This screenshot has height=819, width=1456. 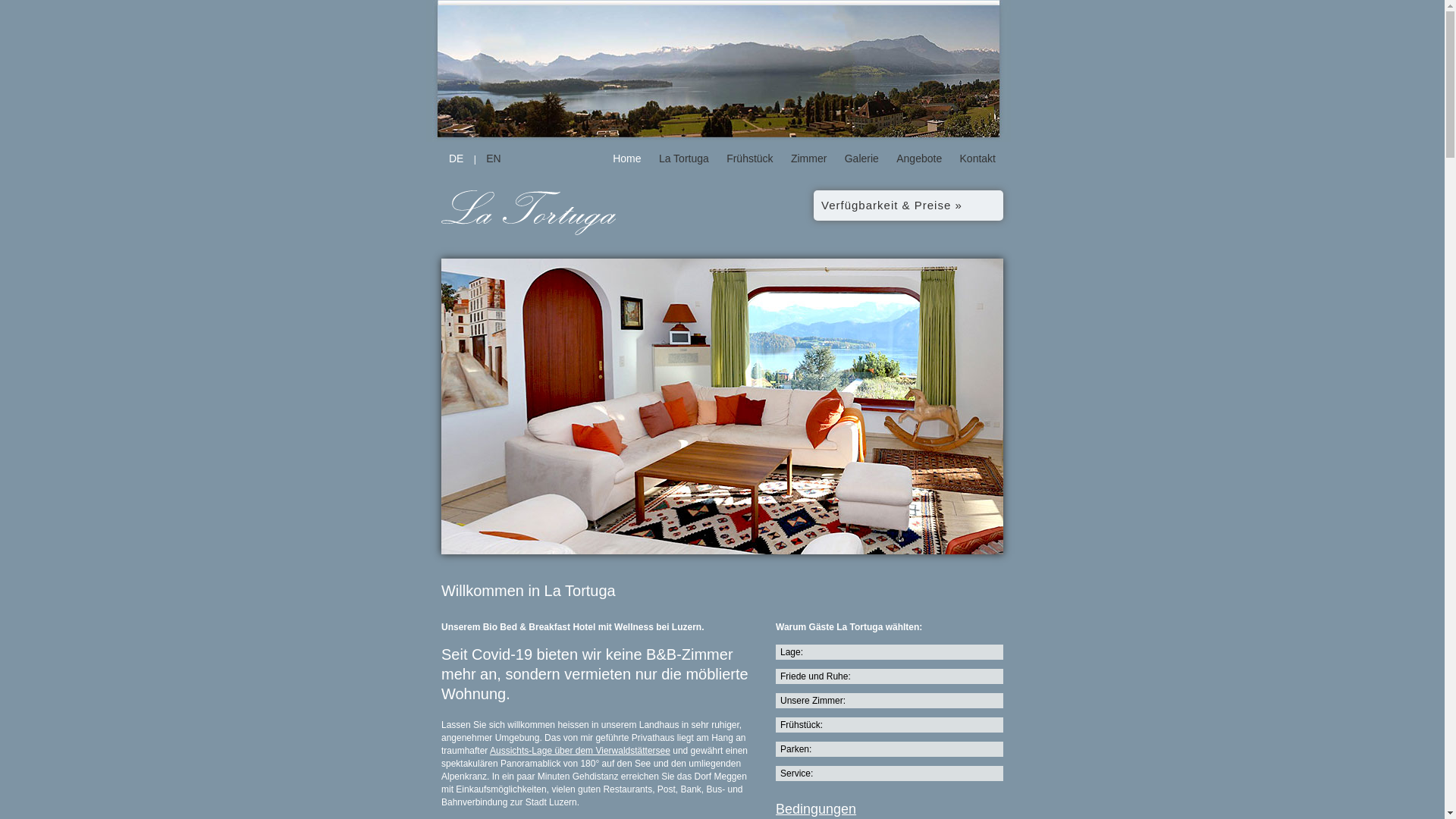 I want to click on 'DE', so click(x=455, y=158).